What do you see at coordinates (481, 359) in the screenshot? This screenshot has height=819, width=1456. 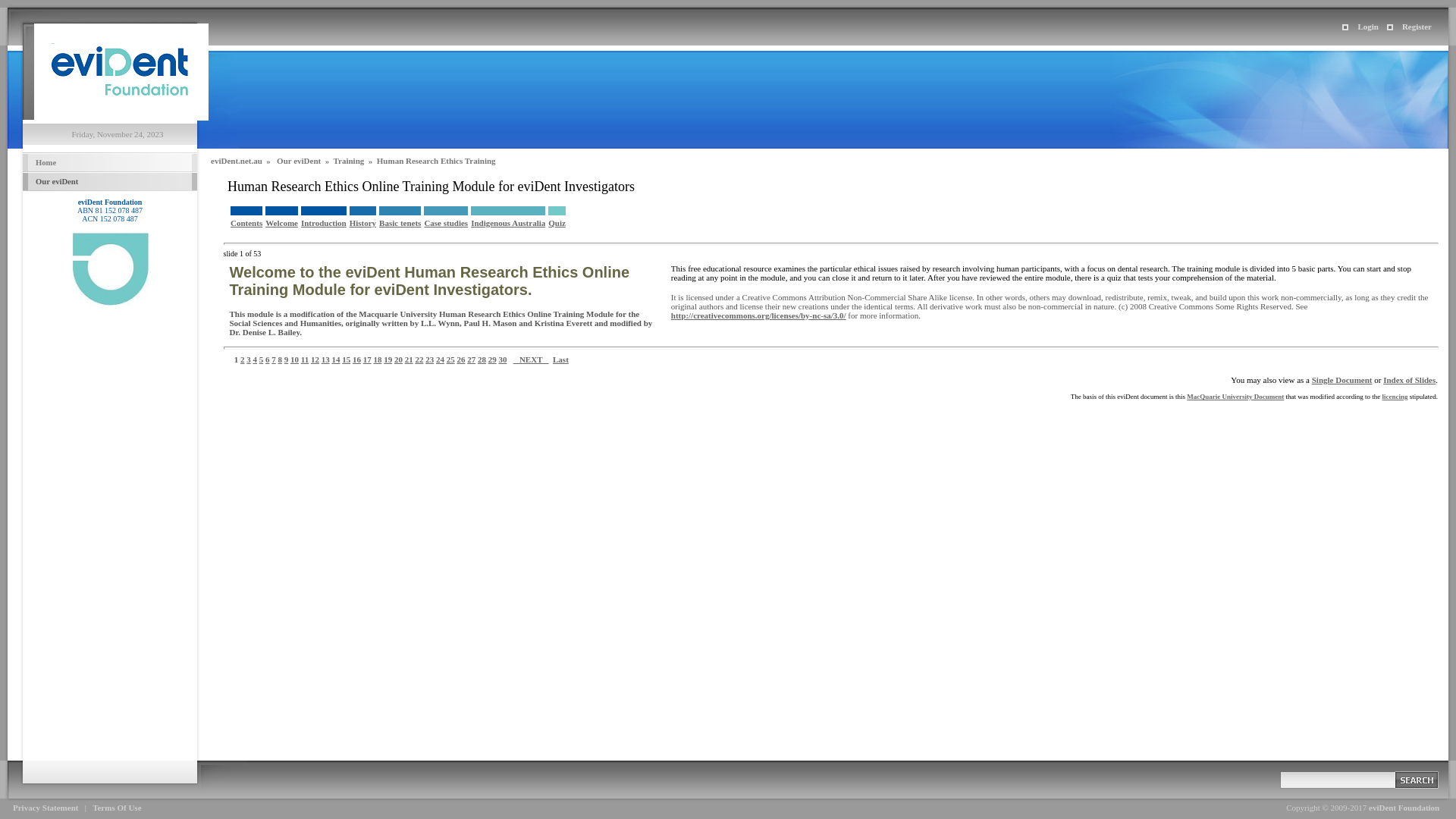 I see `'28'` at bounding box center [481, 359].